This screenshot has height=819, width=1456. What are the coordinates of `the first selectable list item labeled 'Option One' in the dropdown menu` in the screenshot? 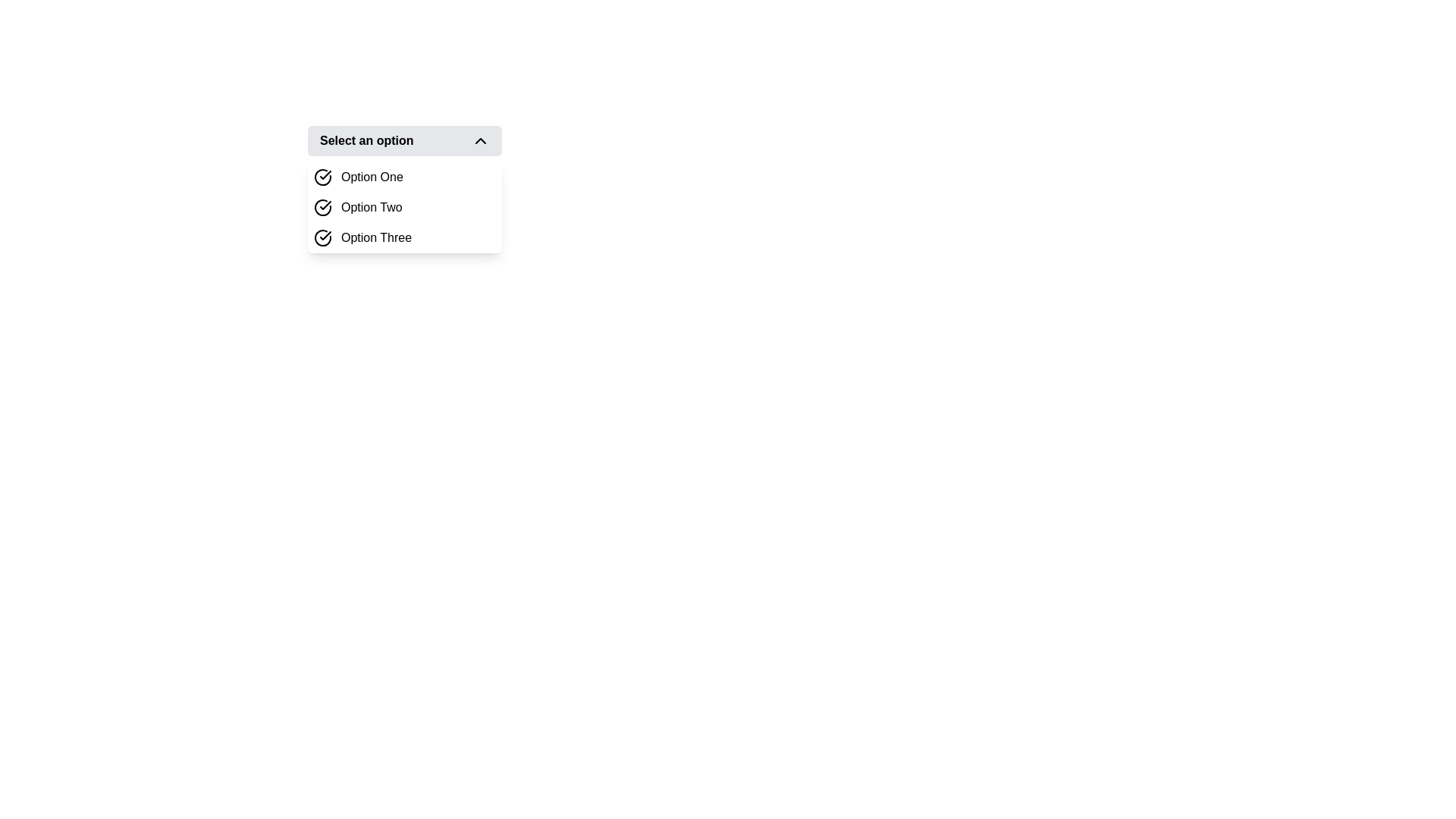 It's located at (404, 177).